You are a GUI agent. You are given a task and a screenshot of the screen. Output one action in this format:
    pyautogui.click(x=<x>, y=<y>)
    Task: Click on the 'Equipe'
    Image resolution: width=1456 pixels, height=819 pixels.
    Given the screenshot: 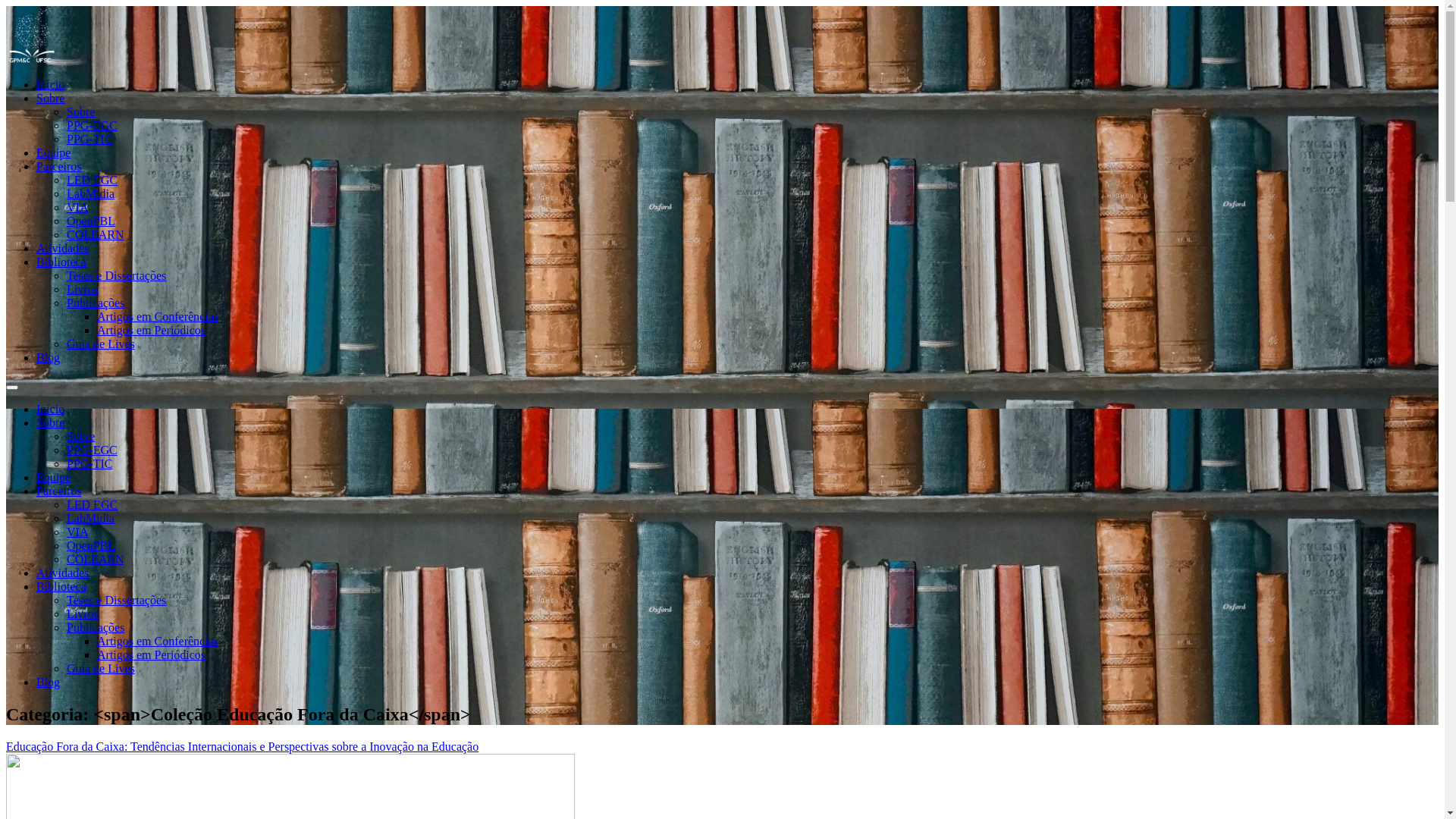 What is the action you would take?
    pyautogui.click(x=53, y=152)
    